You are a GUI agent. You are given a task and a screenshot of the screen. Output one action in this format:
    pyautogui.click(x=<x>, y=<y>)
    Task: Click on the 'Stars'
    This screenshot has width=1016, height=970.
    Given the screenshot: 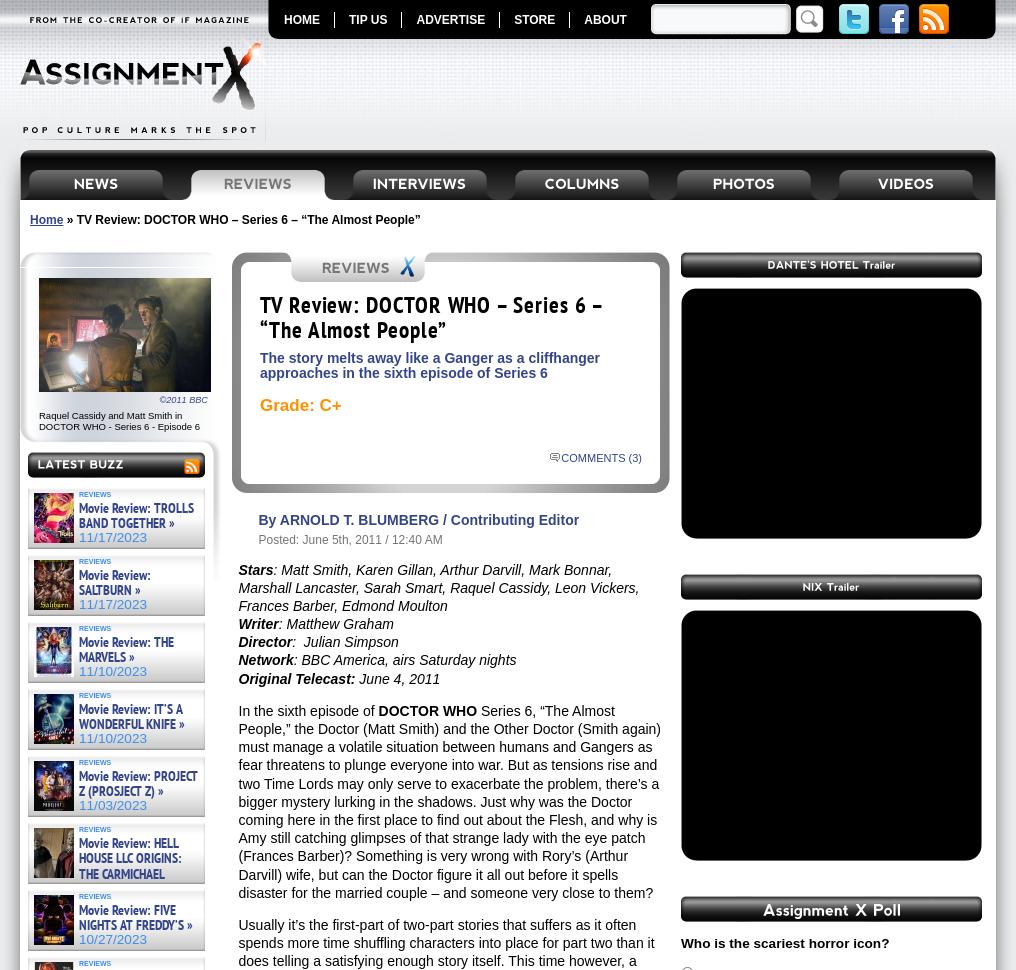 What is the action you would take?
    pyautogui.click(x=254, y=568)
    